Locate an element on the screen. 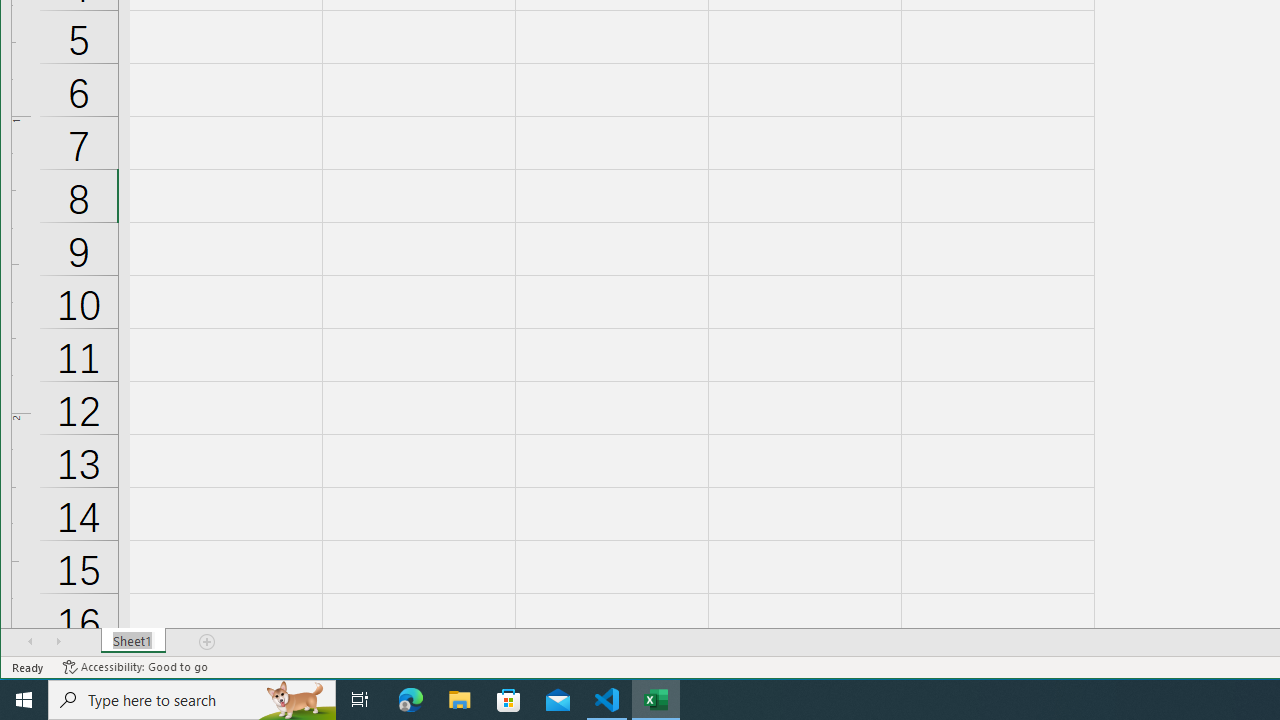  'Scroll Right' is located at coordinates (58, 641).